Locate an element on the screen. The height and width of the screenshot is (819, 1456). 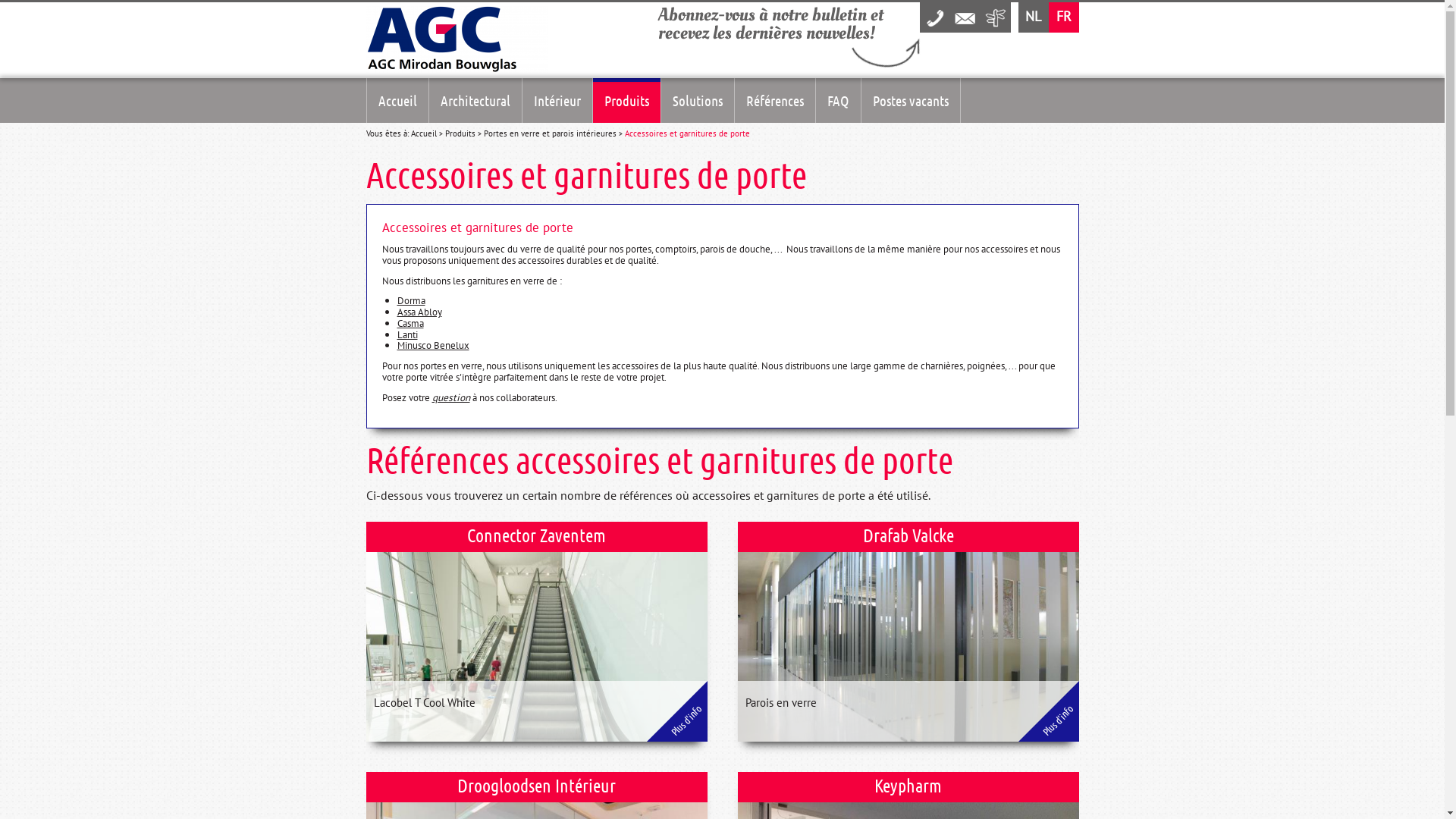
'Venez!' is located at coordinates (979, 17).